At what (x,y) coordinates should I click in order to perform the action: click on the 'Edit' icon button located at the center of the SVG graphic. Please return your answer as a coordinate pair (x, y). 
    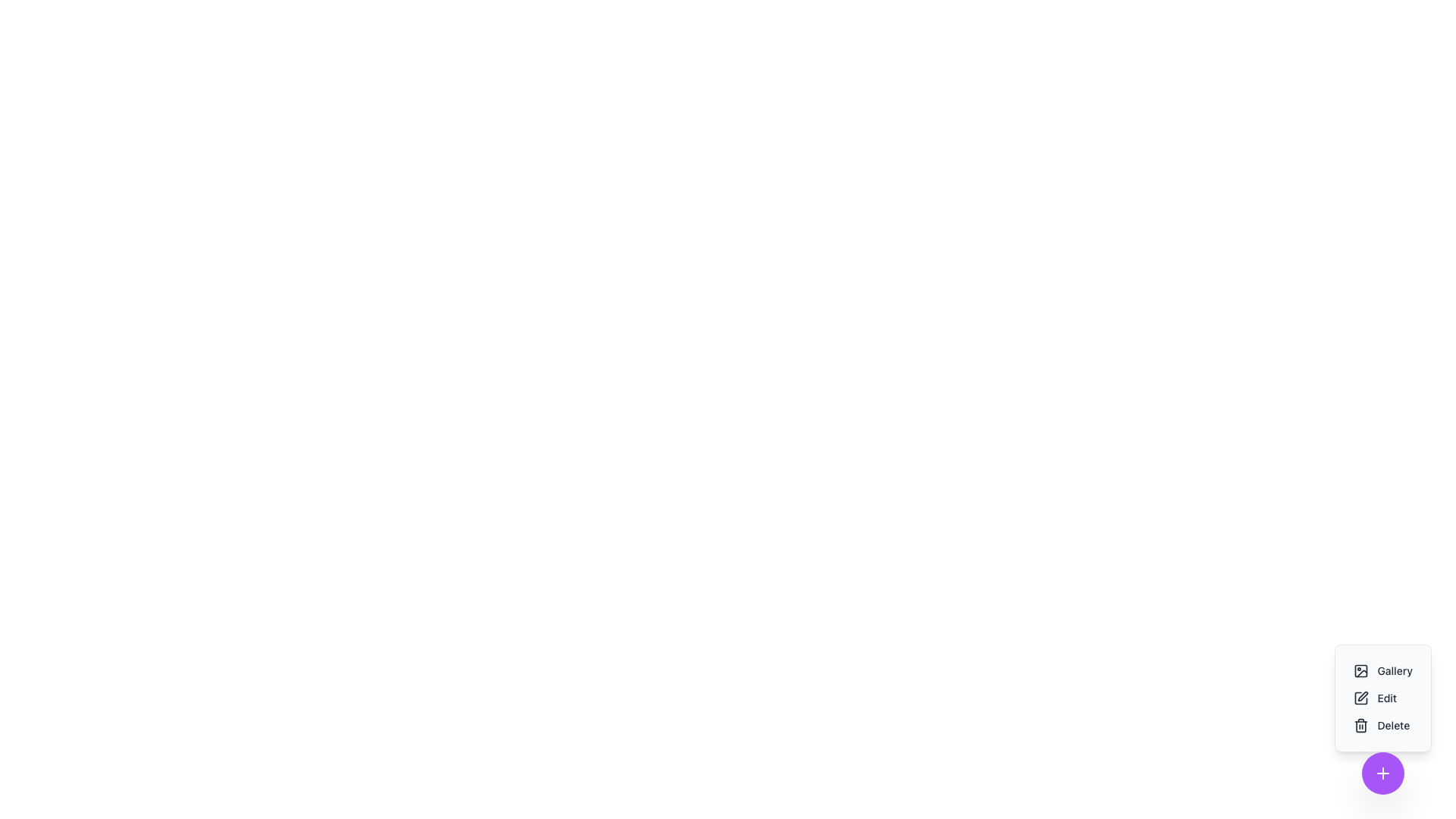
    Looking at the image, I should click on (1362, 696).